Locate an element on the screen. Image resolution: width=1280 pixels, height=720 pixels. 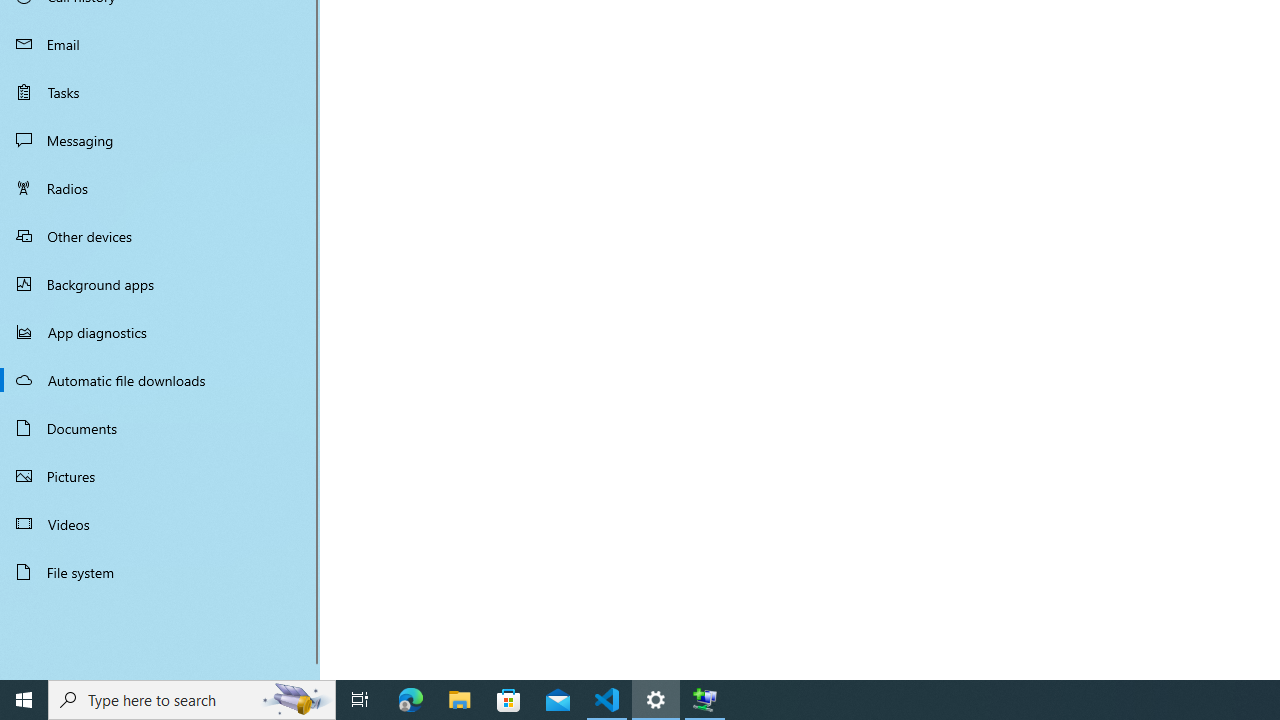
'File system' is located at coordinates (160, 572).